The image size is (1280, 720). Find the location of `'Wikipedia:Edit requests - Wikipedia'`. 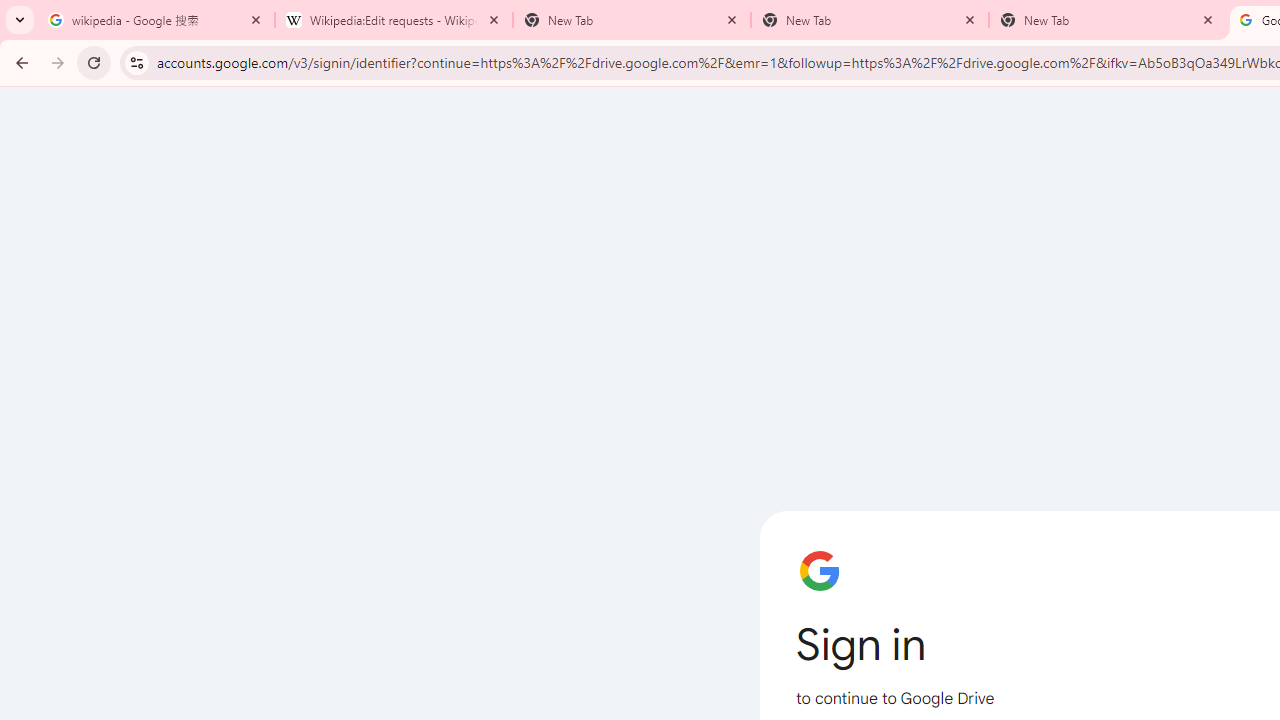

'Wikipedia:Edit requests - Wikipedia' is located at coordinates (394, 20).